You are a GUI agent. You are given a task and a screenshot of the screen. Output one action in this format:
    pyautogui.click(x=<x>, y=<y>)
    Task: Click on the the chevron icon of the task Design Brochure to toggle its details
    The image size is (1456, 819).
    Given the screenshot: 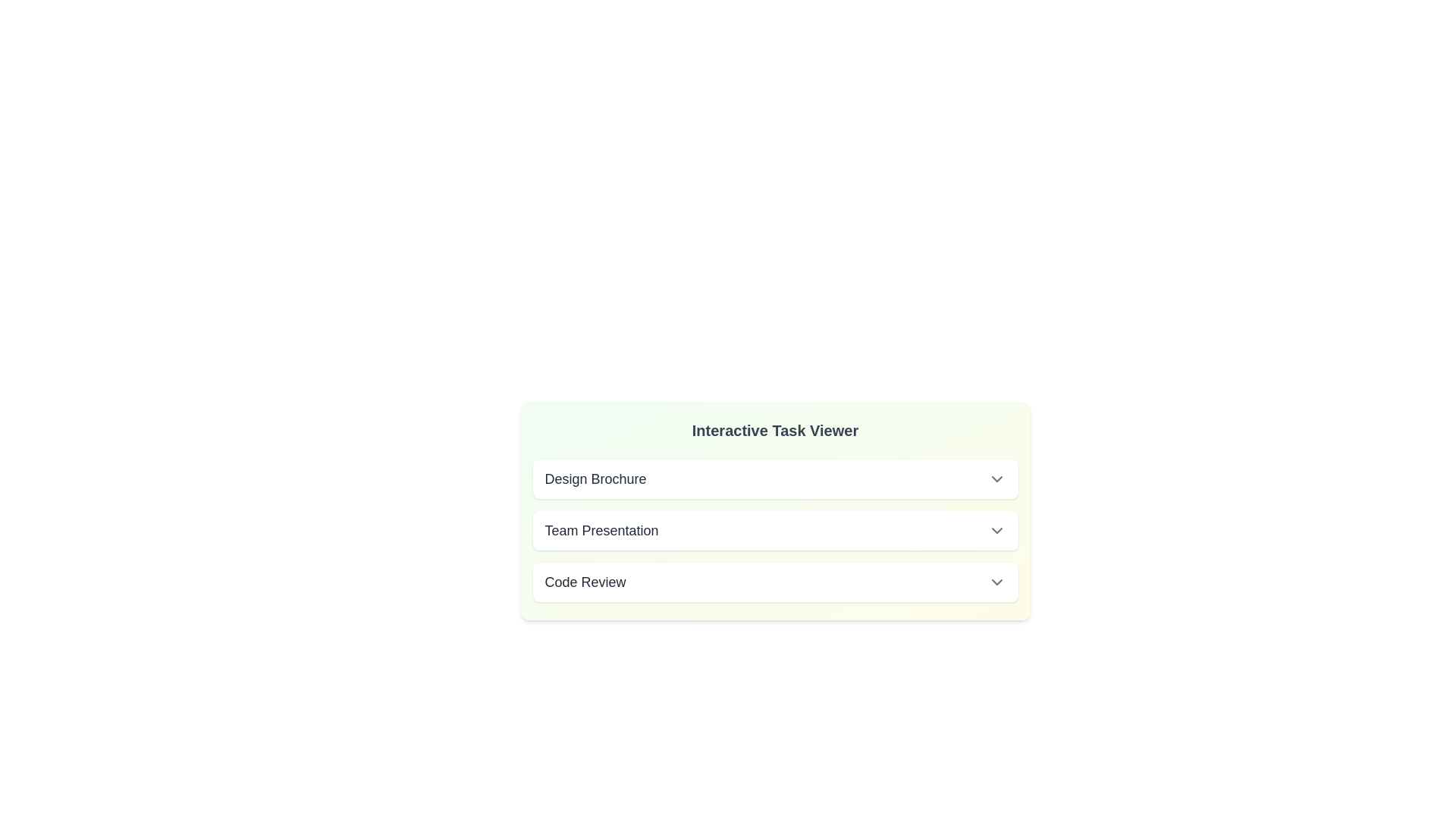 What is the action you would take?
    pyautogui.click(x=996, y=479)
    